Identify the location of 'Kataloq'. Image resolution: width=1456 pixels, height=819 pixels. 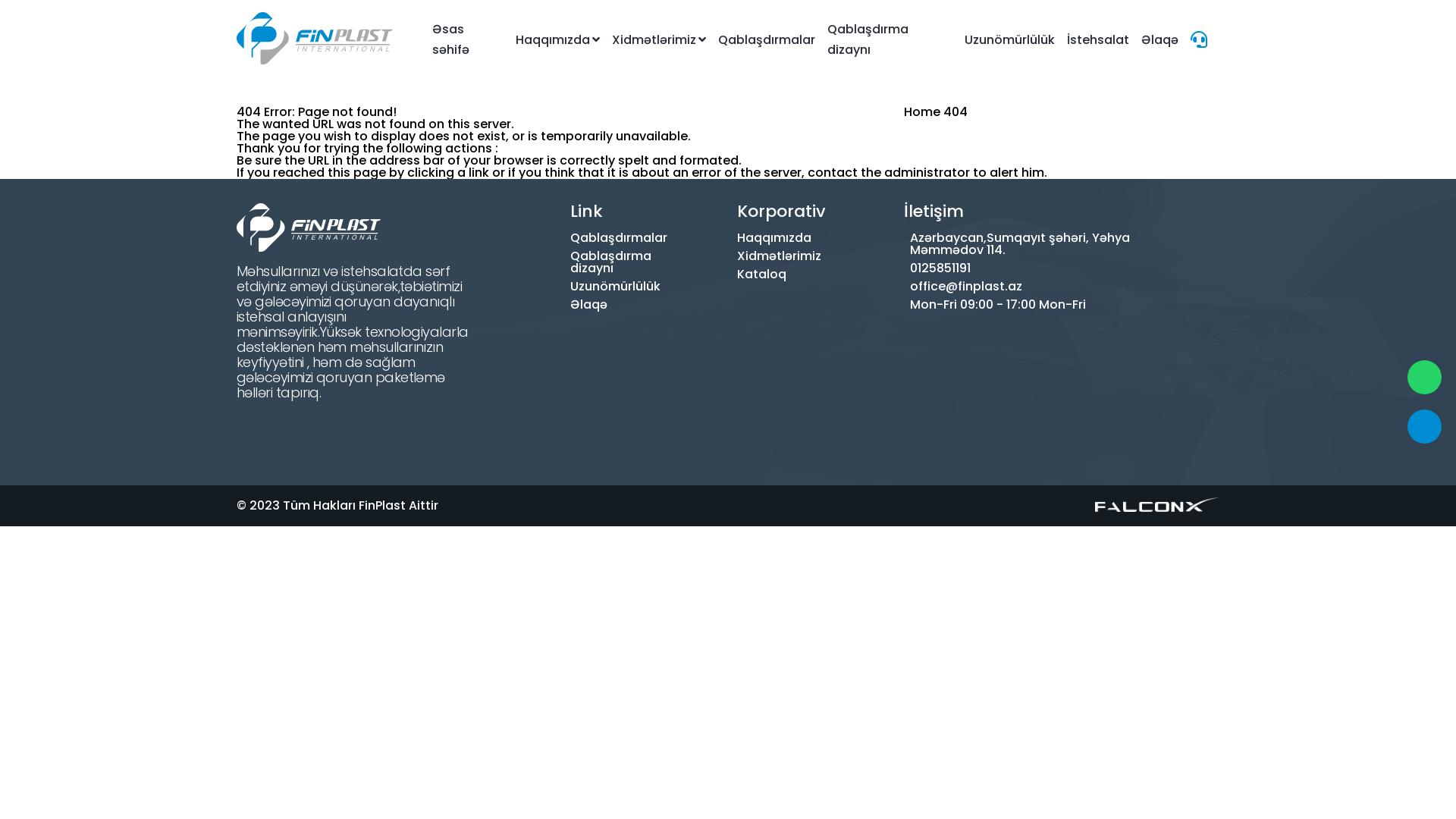
(749, 275).